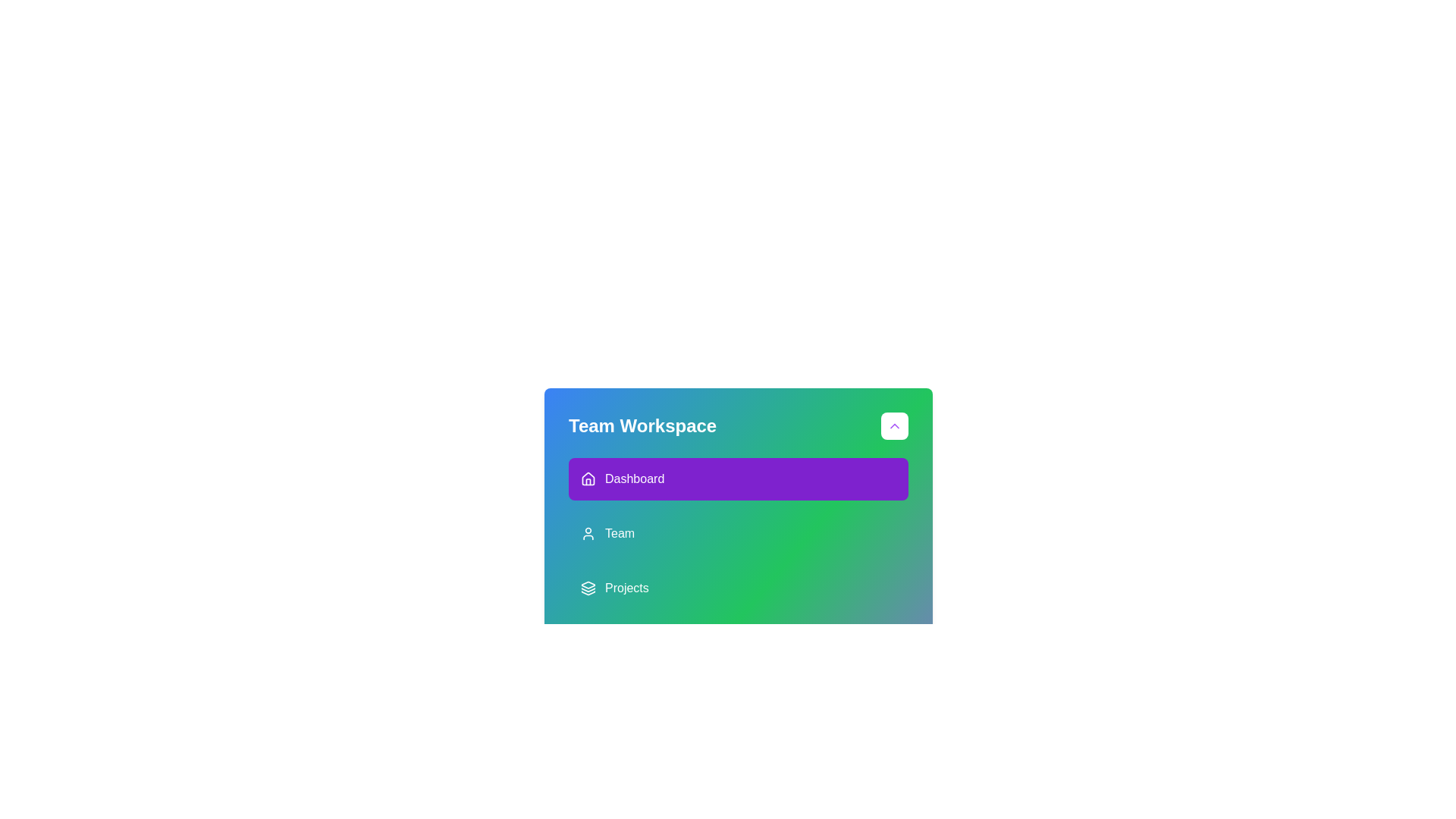 This screenshot has height=819, width=1456. Describe the element at coordinates (895, 426) in the screenshot. I see `the toggle button located in the top-right corner of the 'Team Workspace' bar, adjacent to the text 'Team Workspace'` at that location.